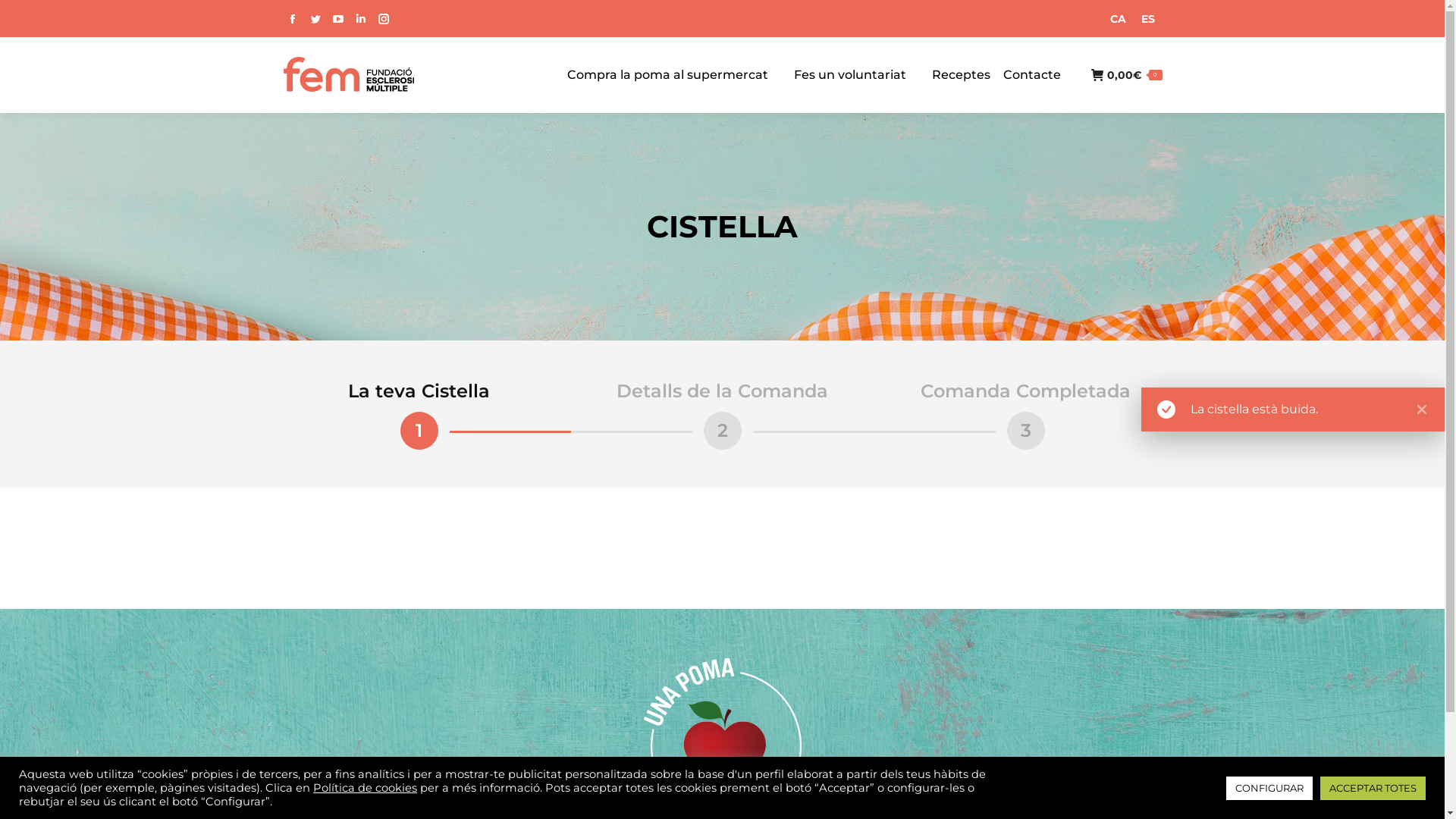  I want to click on 'ACCEPTAR TOTES', so click(1373, 787).